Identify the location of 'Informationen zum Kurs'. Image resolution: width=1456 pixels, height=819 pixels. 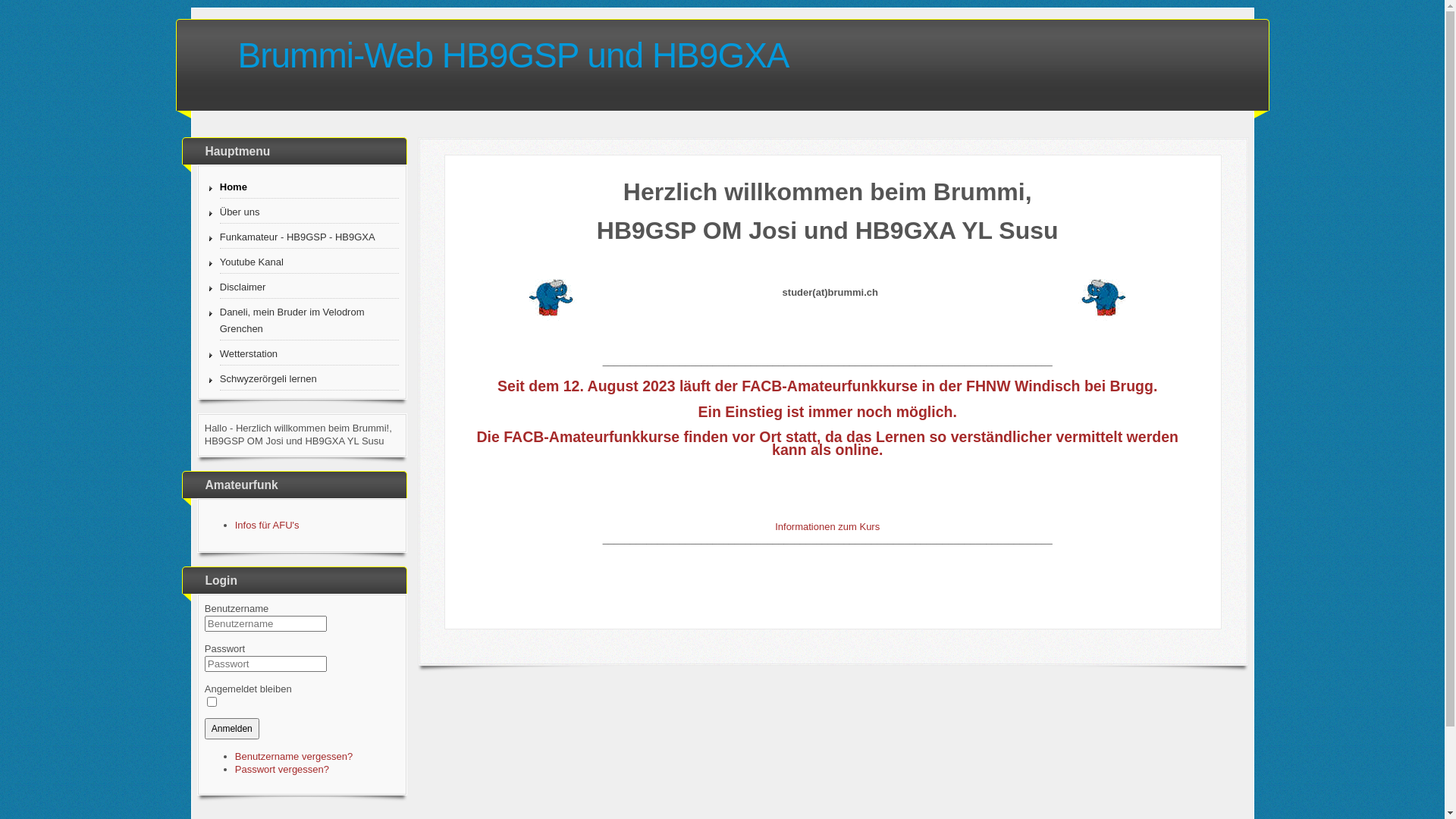
(775, 526).